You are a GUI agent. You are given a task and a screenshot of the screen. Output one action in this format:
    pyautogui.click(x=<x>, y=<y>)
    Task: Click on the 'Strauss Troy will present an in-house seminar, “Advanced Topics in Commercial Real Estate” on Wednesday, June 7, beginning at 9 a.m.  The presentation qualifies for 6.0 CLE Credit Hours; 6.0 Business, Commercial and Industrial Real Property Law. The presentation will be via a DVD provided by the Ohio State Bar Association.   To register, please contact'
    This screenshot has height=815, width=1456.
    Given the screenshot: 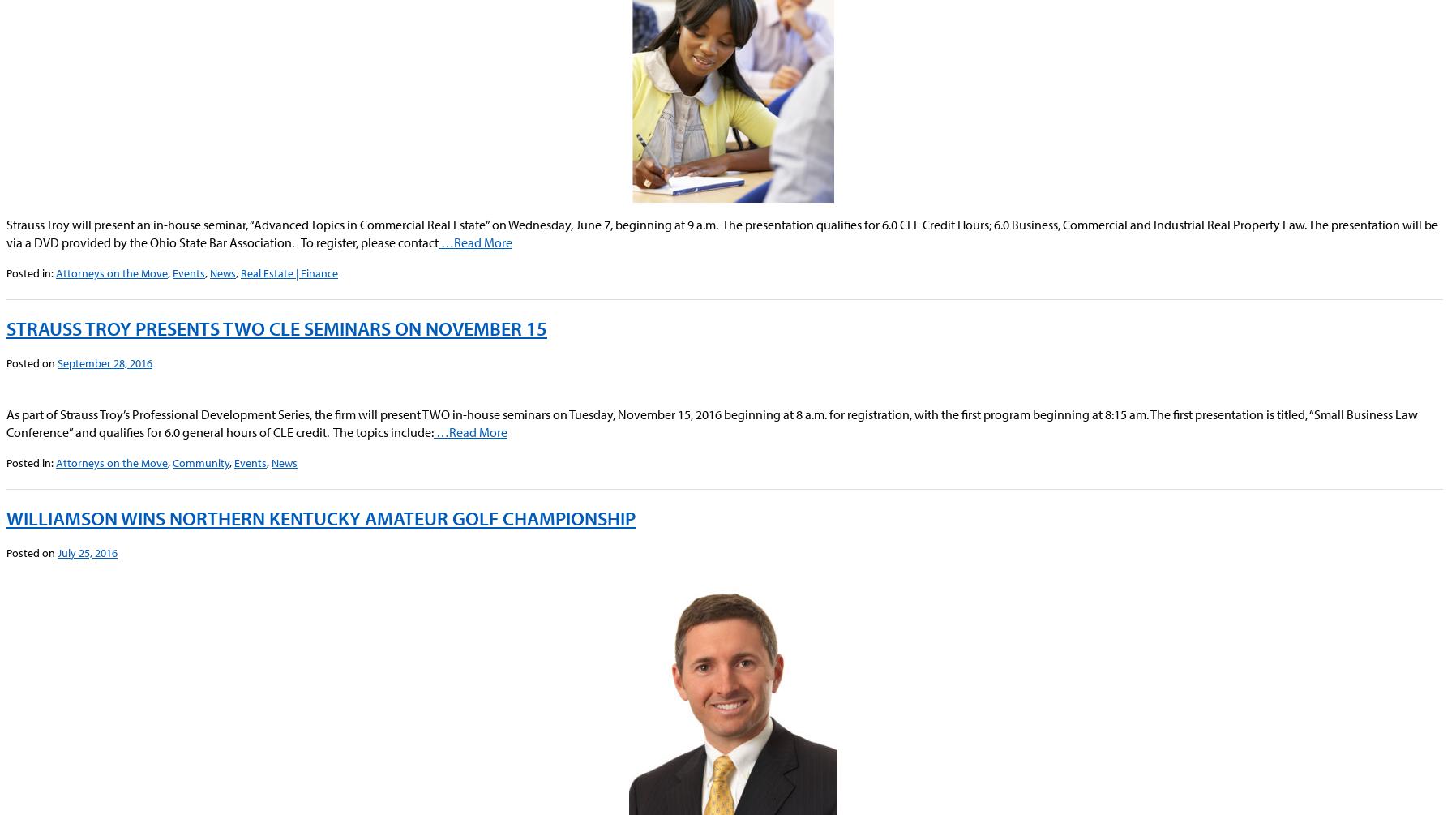 What is the action you would take?
    pyautogui.click(x=722, y=232)
    